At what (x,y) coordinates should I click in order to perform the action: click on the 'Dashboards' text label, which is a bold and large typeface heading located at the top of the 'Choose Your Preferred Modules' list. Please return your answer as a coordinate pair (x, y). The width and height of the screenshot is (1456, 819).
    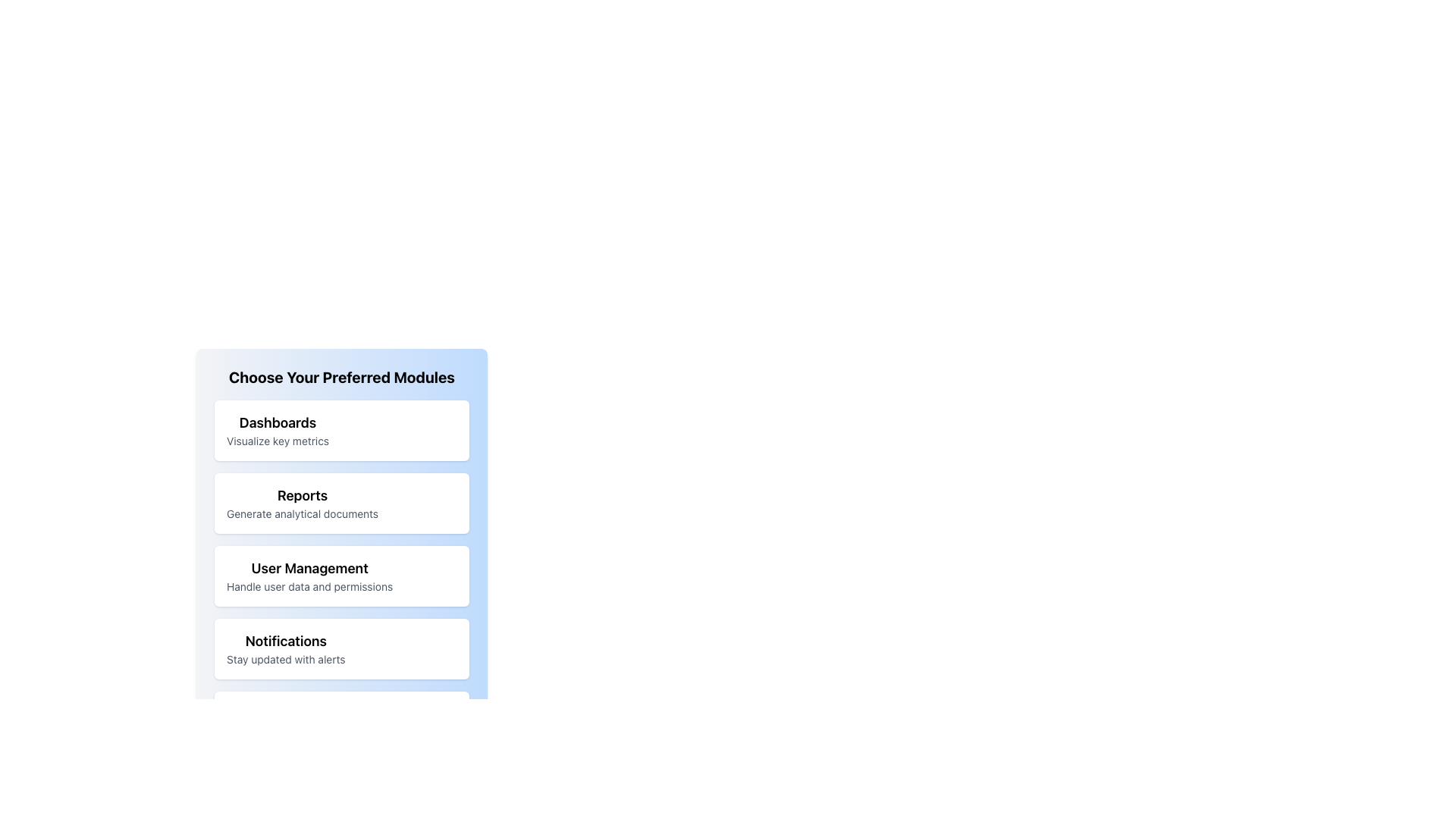
    Looking at the image, I should click on (278, 423).